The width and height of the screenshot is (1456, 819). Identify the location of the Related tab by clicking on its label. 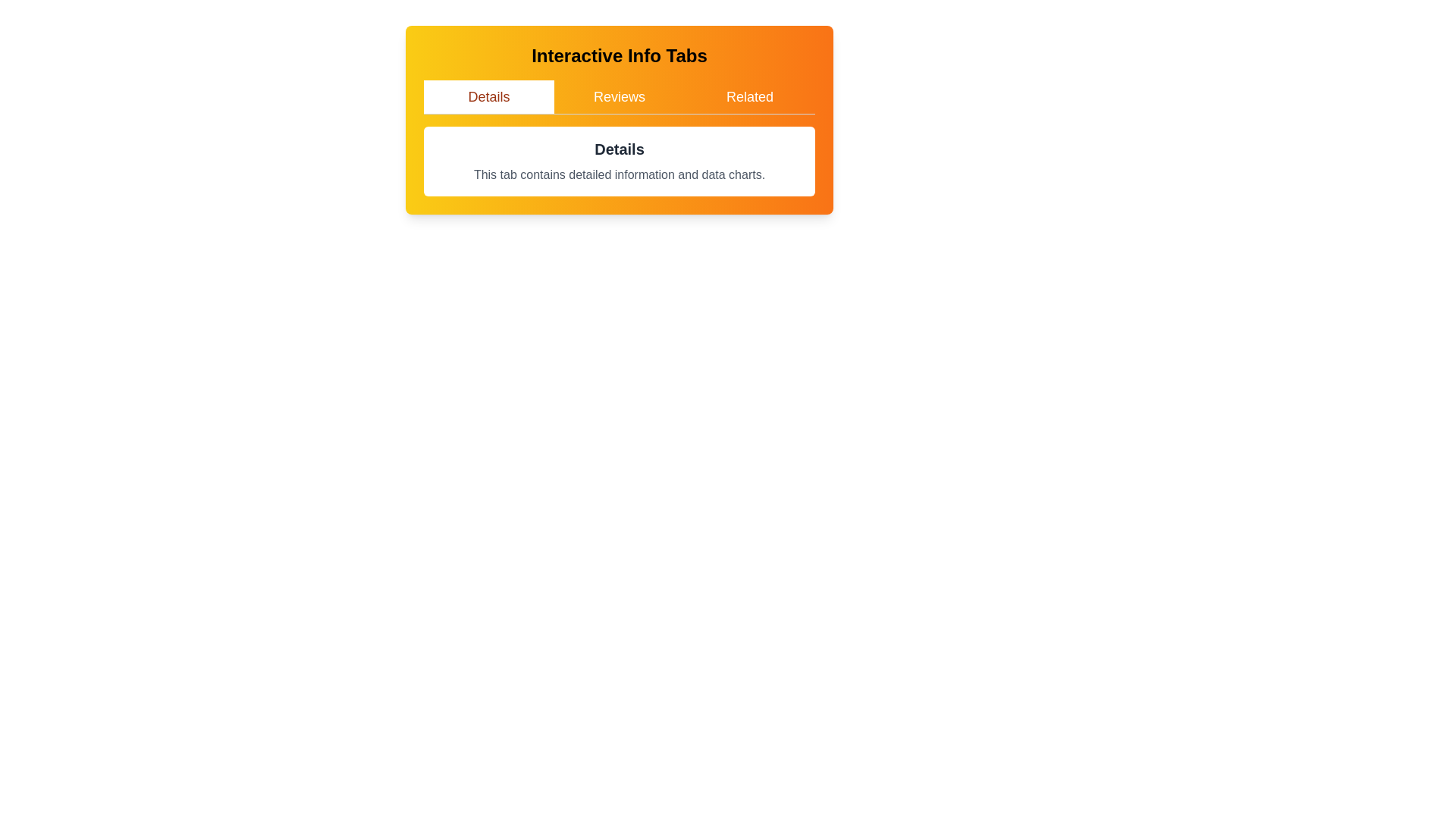
(749, 96).